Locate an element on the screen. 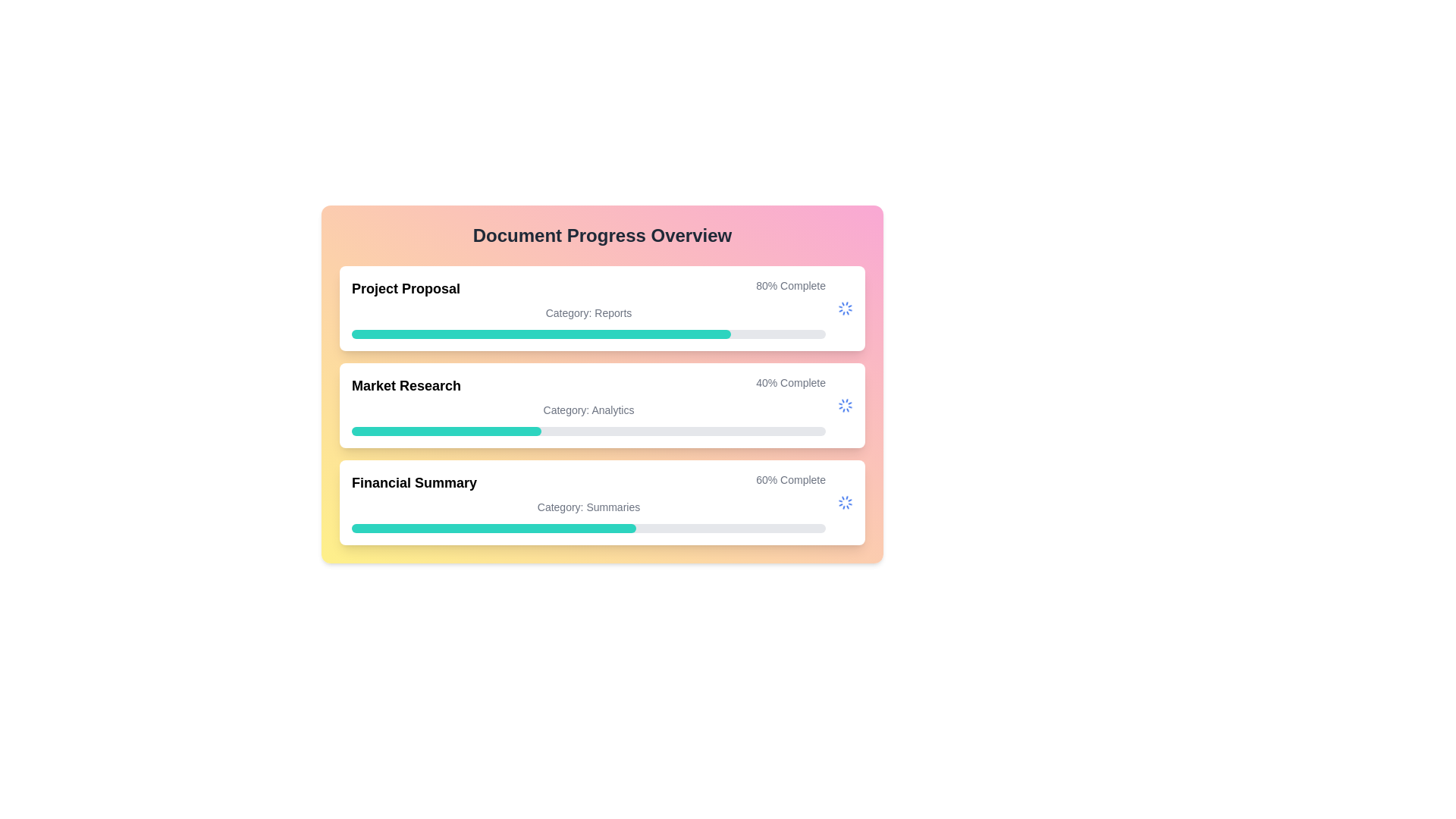 The image size is (1456, 819). the first progress bar located below the text 'Category: Reports' in the 'Project Proposal' section, which shows 80% completion is located at coordinates (588, 333).